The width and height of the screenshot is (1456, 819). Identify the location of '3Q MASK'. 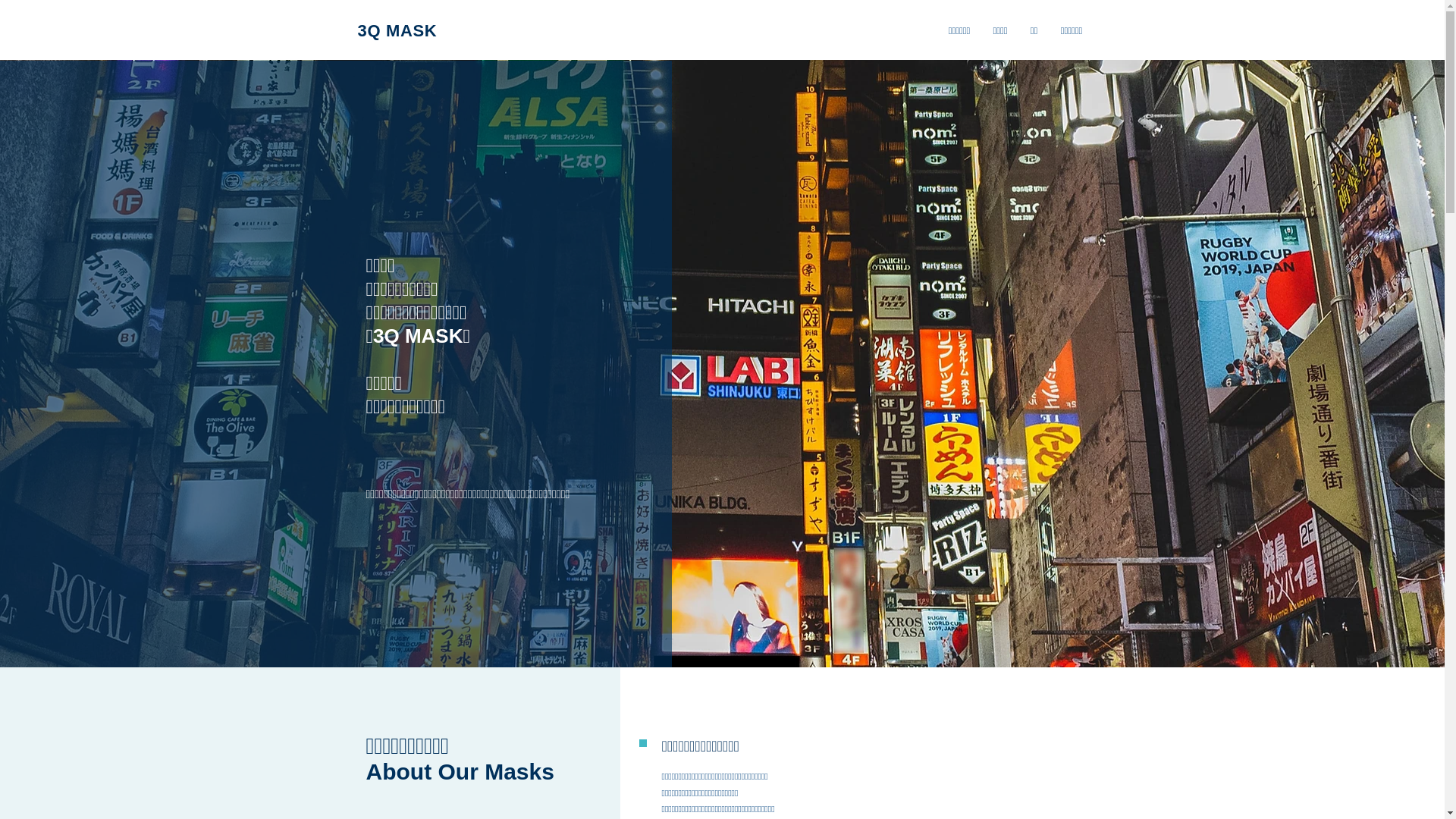
(397, 30).